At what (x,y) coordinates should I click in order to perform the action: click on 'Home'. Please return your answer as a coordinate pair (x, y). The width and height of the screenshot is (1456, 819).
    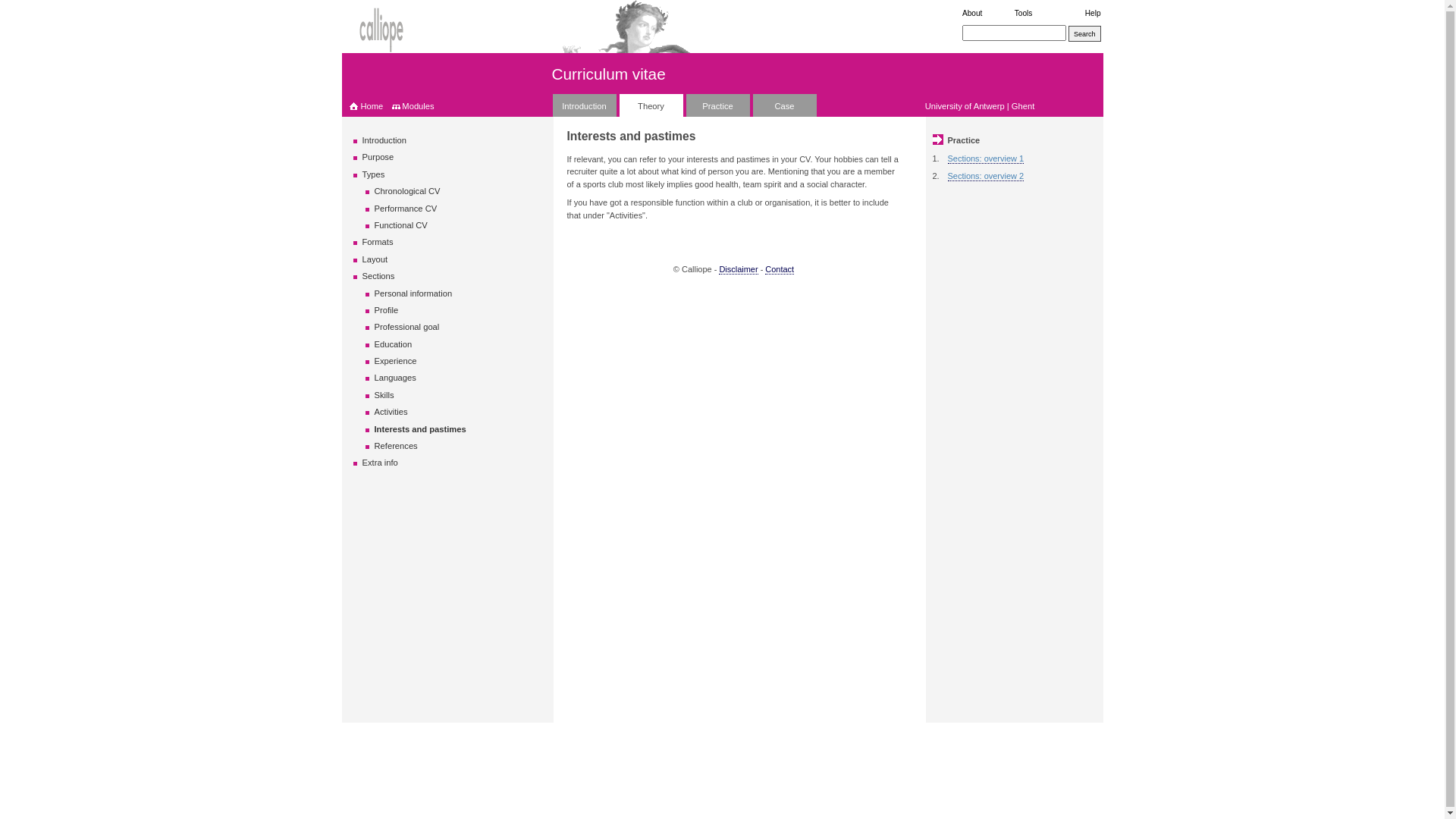
    Looking at the image, I should click on (366, 105).